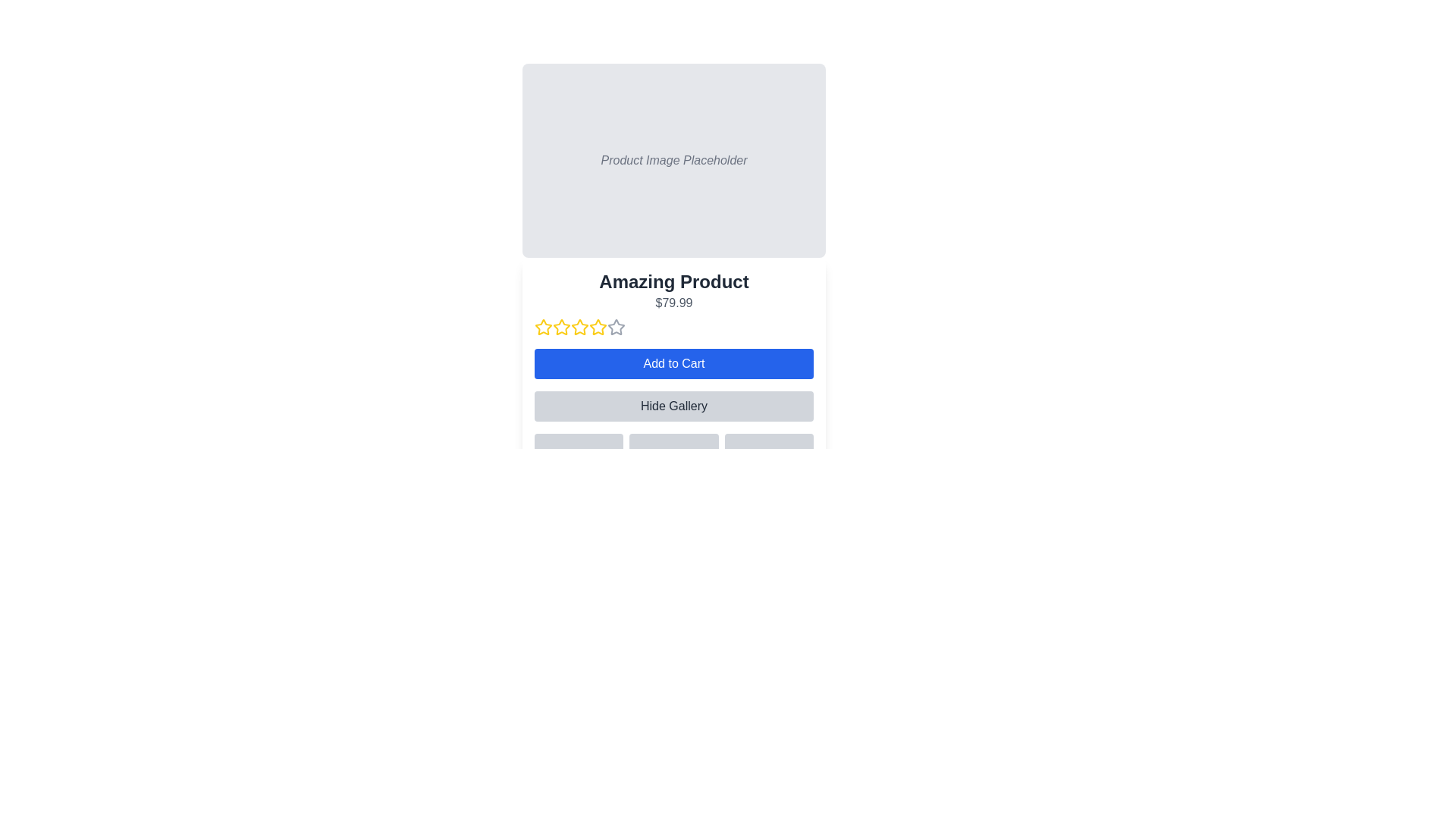 Image resolution: width=1456 pixels, height=819 pixels. I want to click on the image placeholder located at the top section of the product card layout, directly above the product title and price information, so click(673, 161).